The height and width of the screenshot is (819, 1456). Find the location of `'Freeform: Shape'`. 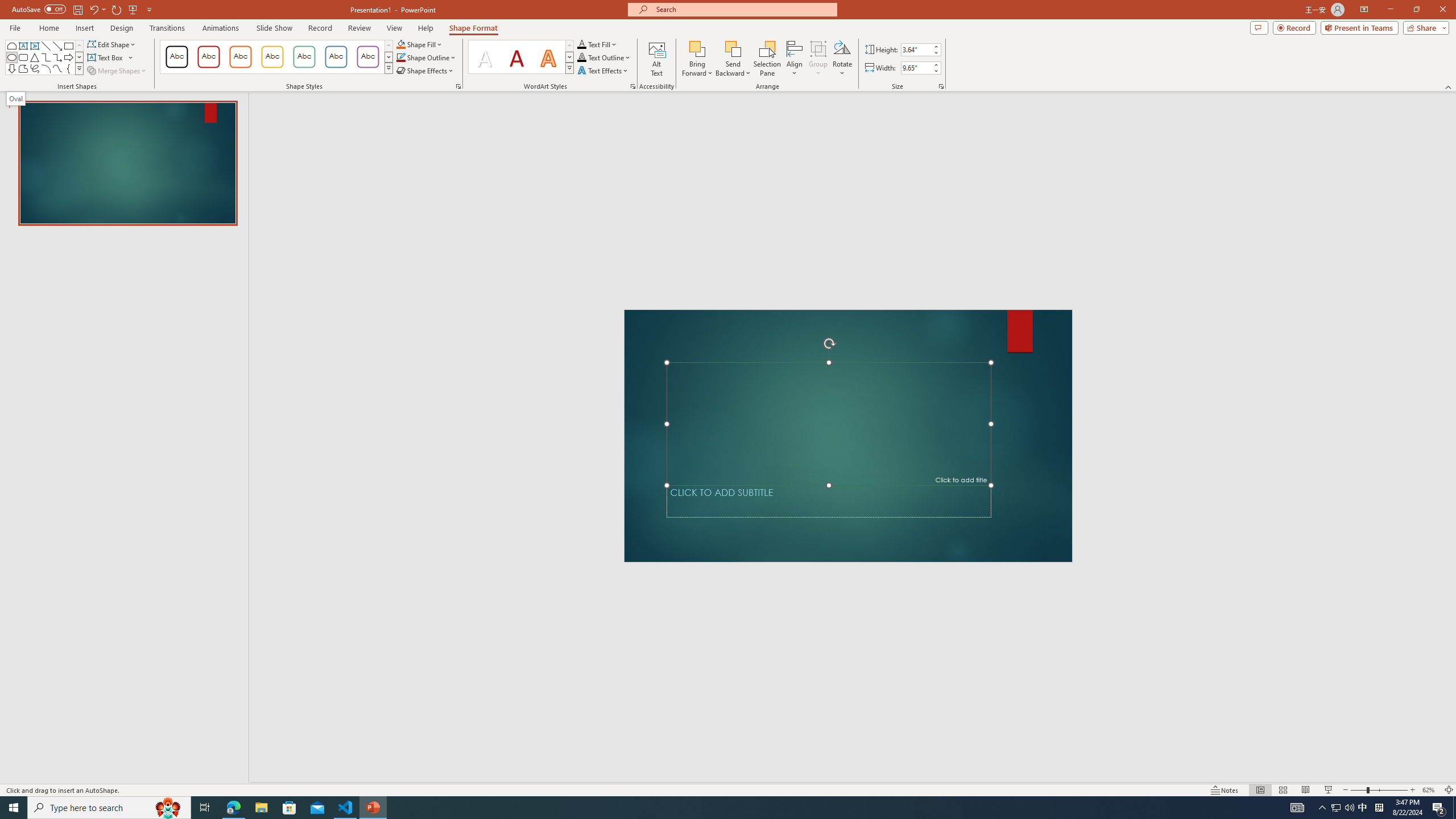

'Freeform: Shape' is located at coordinates (23, 68).